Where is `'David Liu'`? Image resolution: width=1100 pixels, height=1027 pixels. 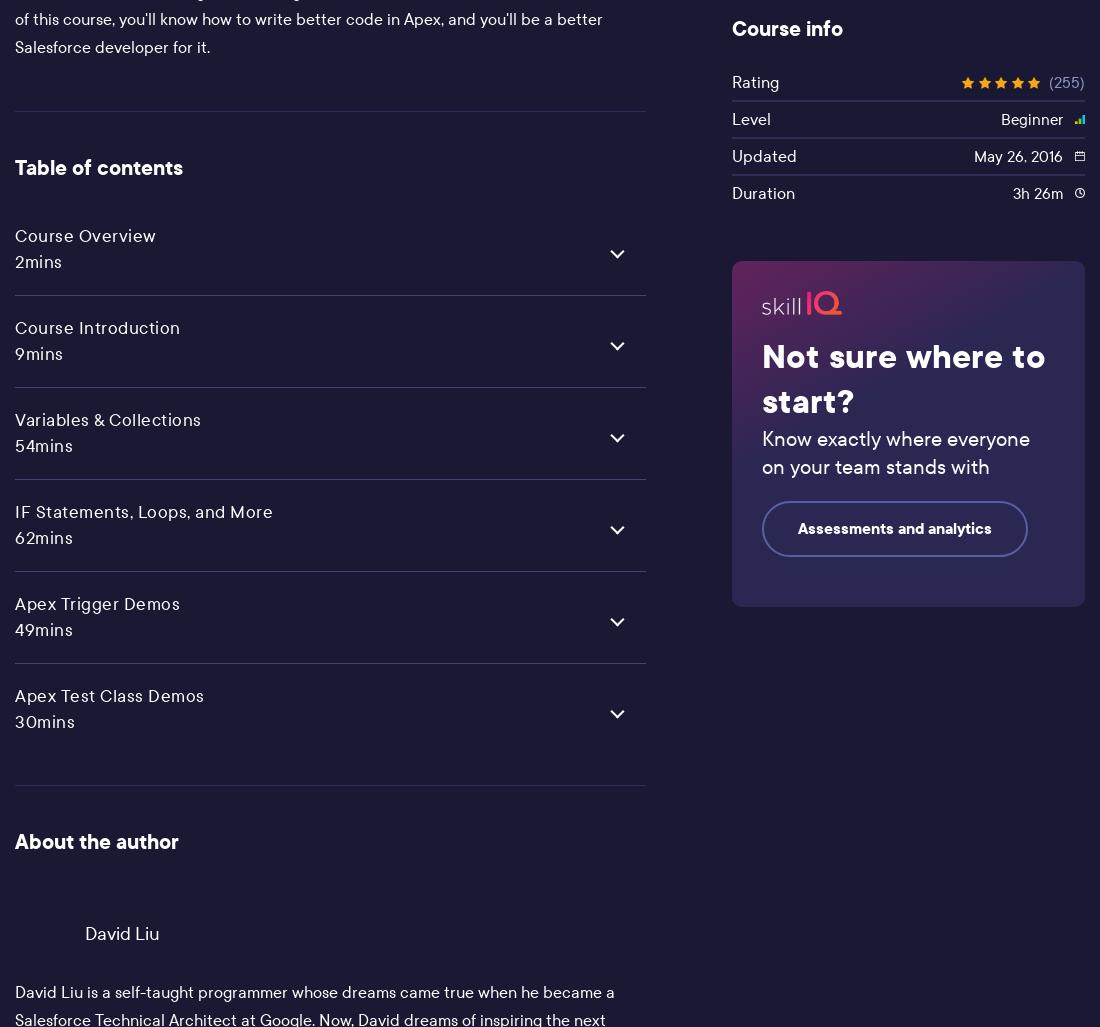 'David Liu' is located at coordinates (122, 932).